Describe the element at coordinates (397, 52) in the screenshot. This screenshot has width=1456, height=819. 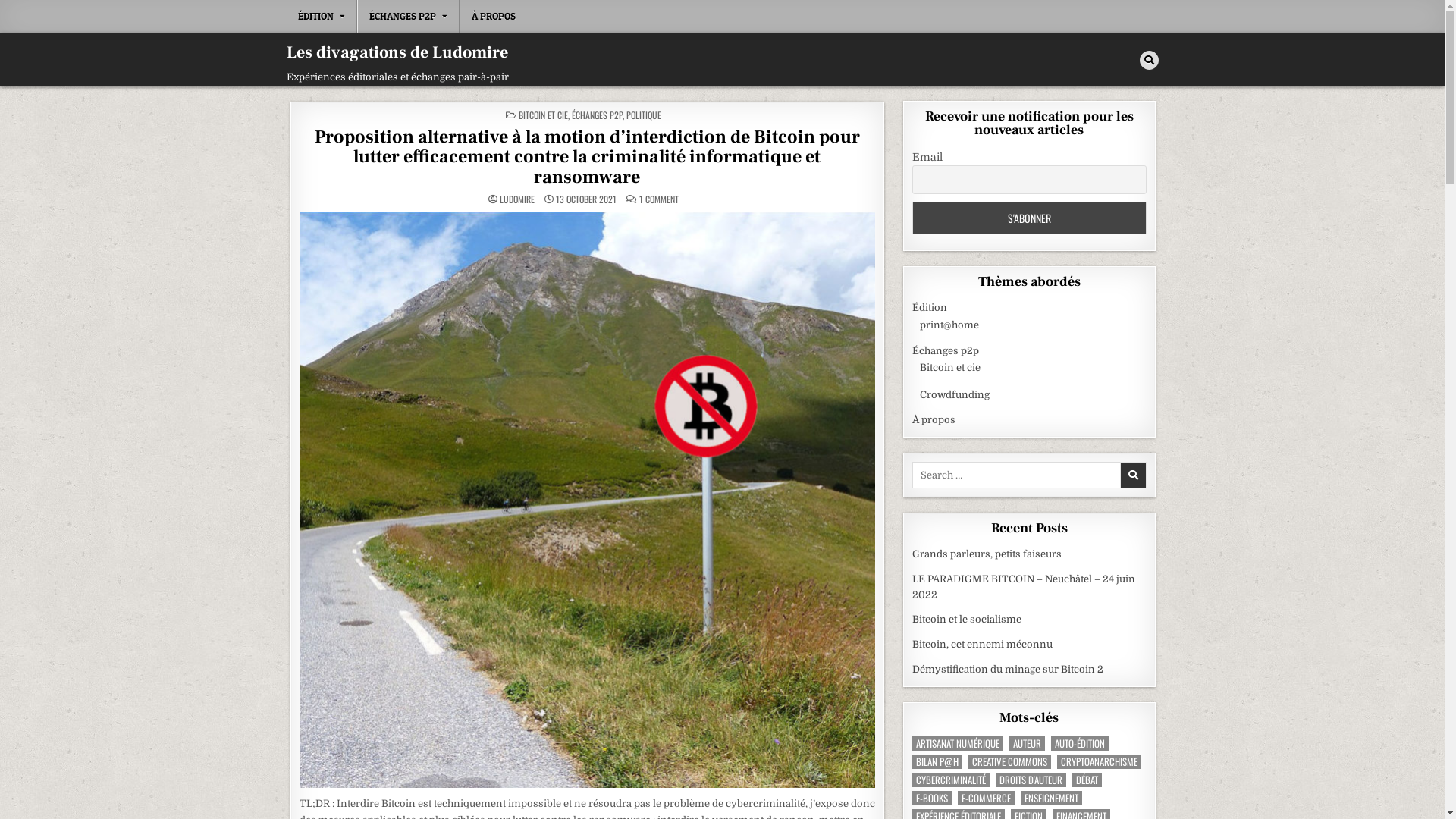
I see `'Les divagations de Ludomire'` at that location.